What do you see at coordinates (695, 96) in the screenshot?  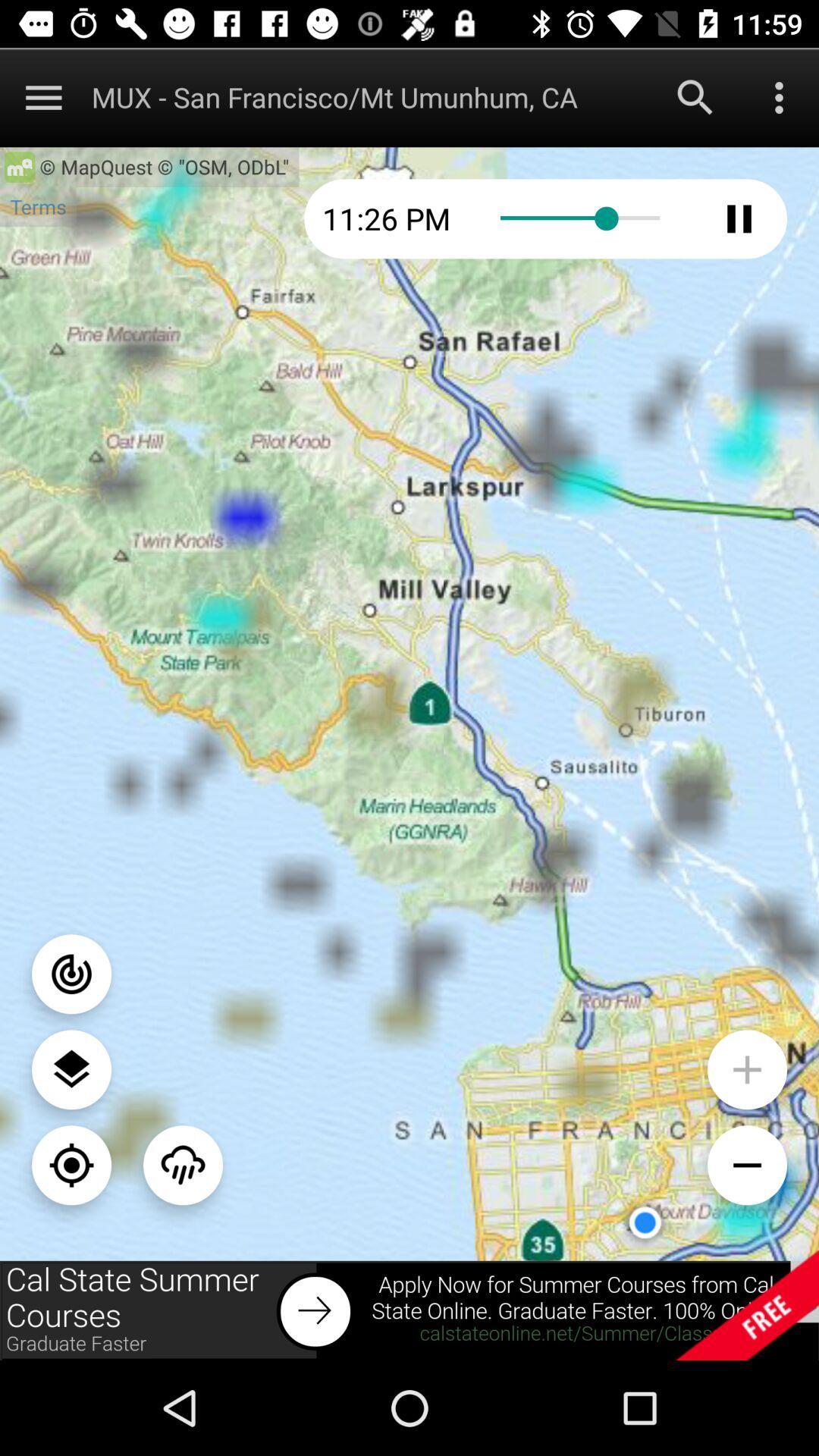 I see `the search icon` at bounding box center [695, 96].